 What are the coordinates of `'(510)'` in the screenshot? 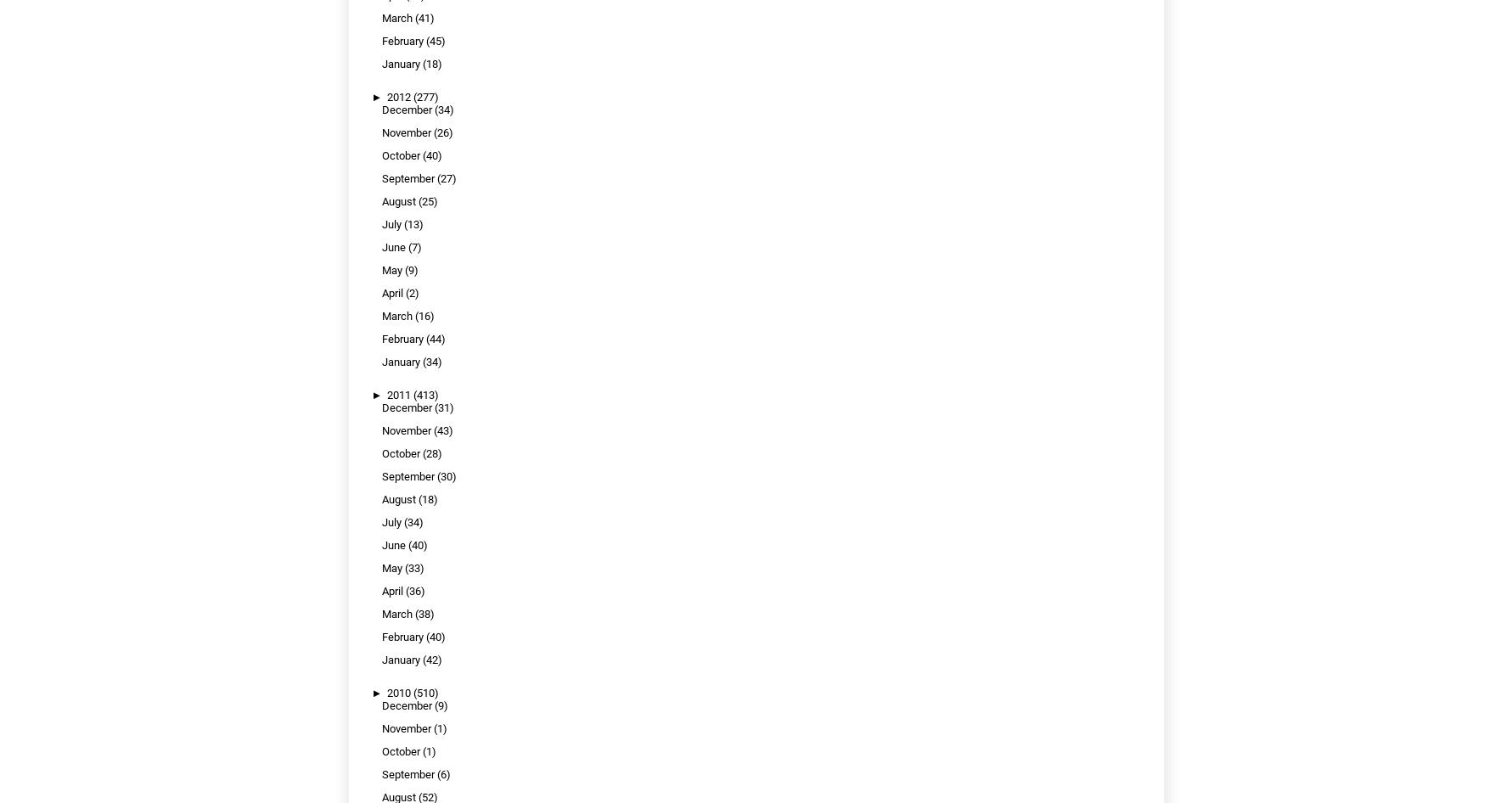 It's located at (426, 693).